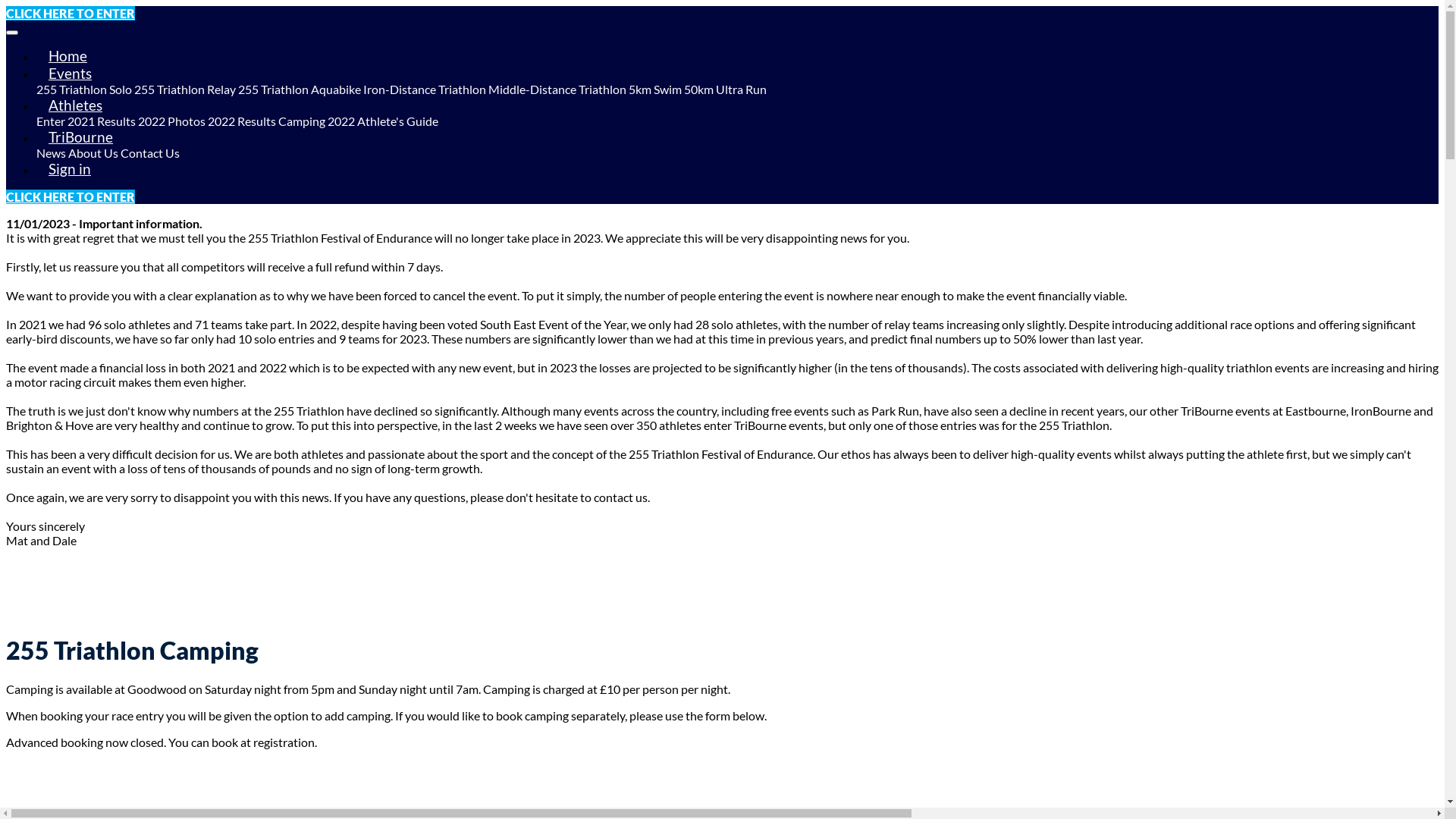  I want to click on 'CLICK HERE TO ENTER', so click(6, 196).